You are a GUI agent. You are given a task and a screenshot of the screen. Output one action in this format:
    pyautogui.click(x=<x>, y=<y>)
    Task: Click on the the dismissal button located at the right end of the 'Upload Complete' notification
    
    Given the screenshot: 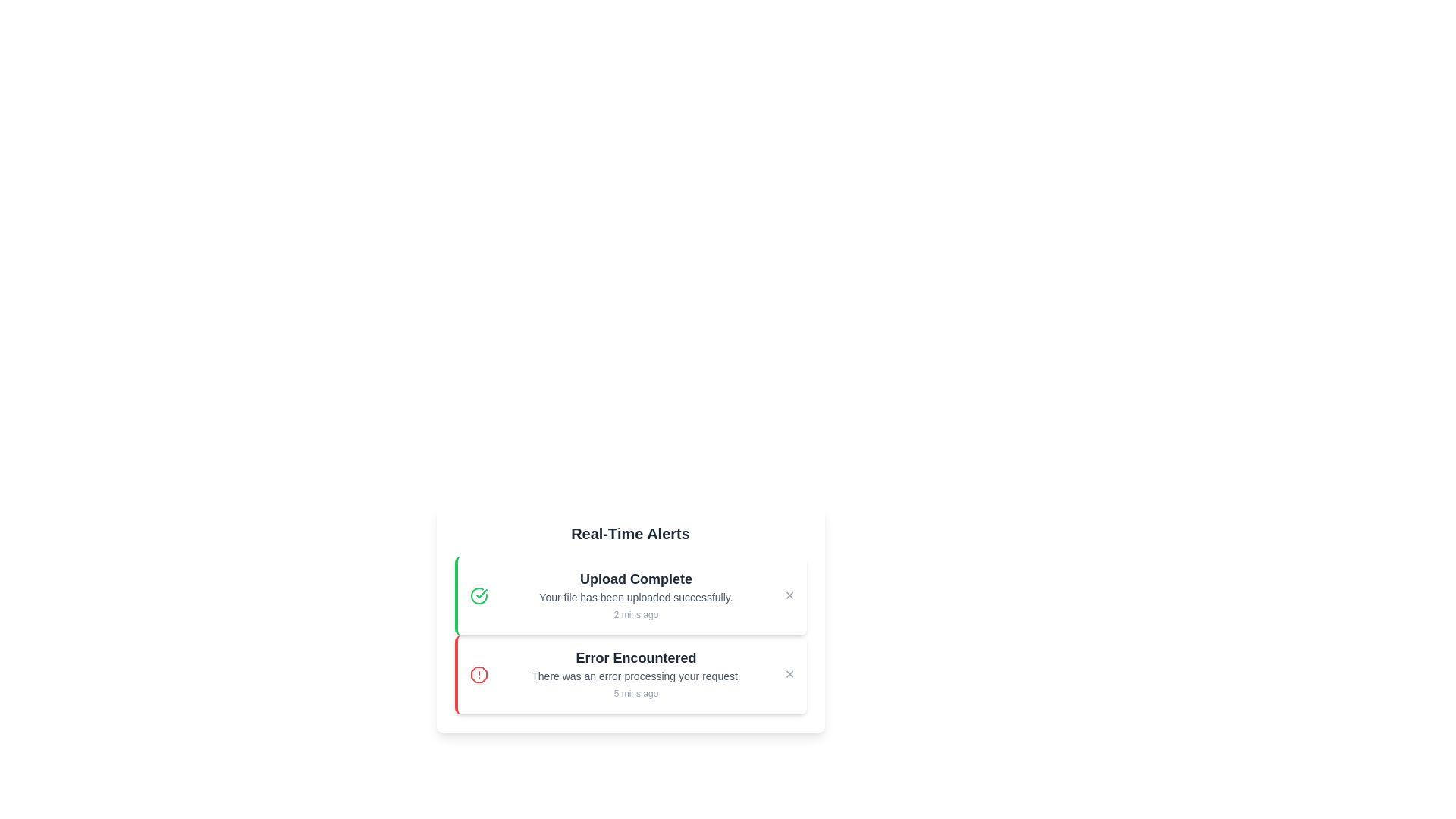 What is the action you would take?
    pyautogui.click(x=789, y=595)
    